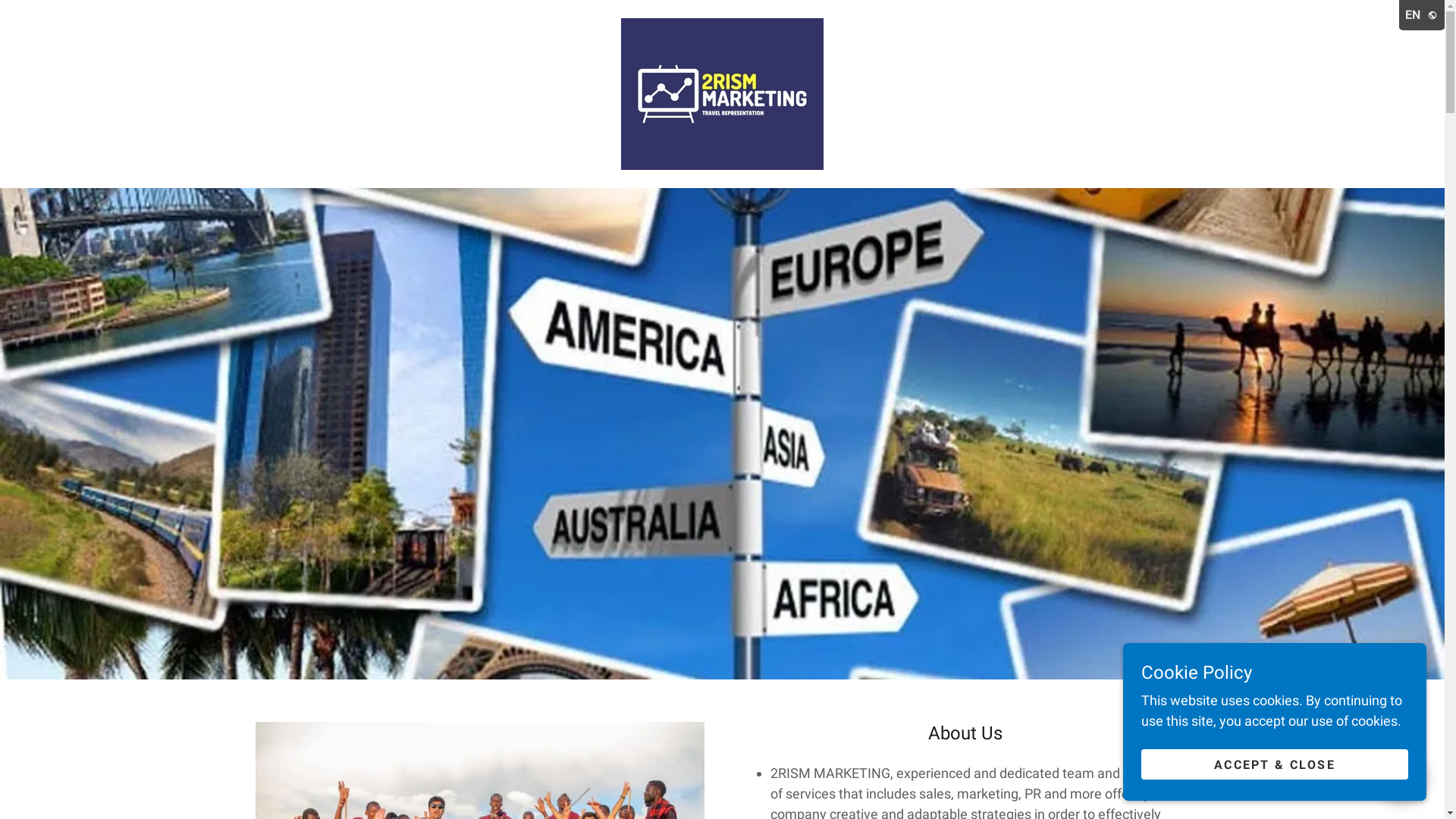 The image size is (1456, 819). I want to click on 'Travel Representation', so click(721, 93).